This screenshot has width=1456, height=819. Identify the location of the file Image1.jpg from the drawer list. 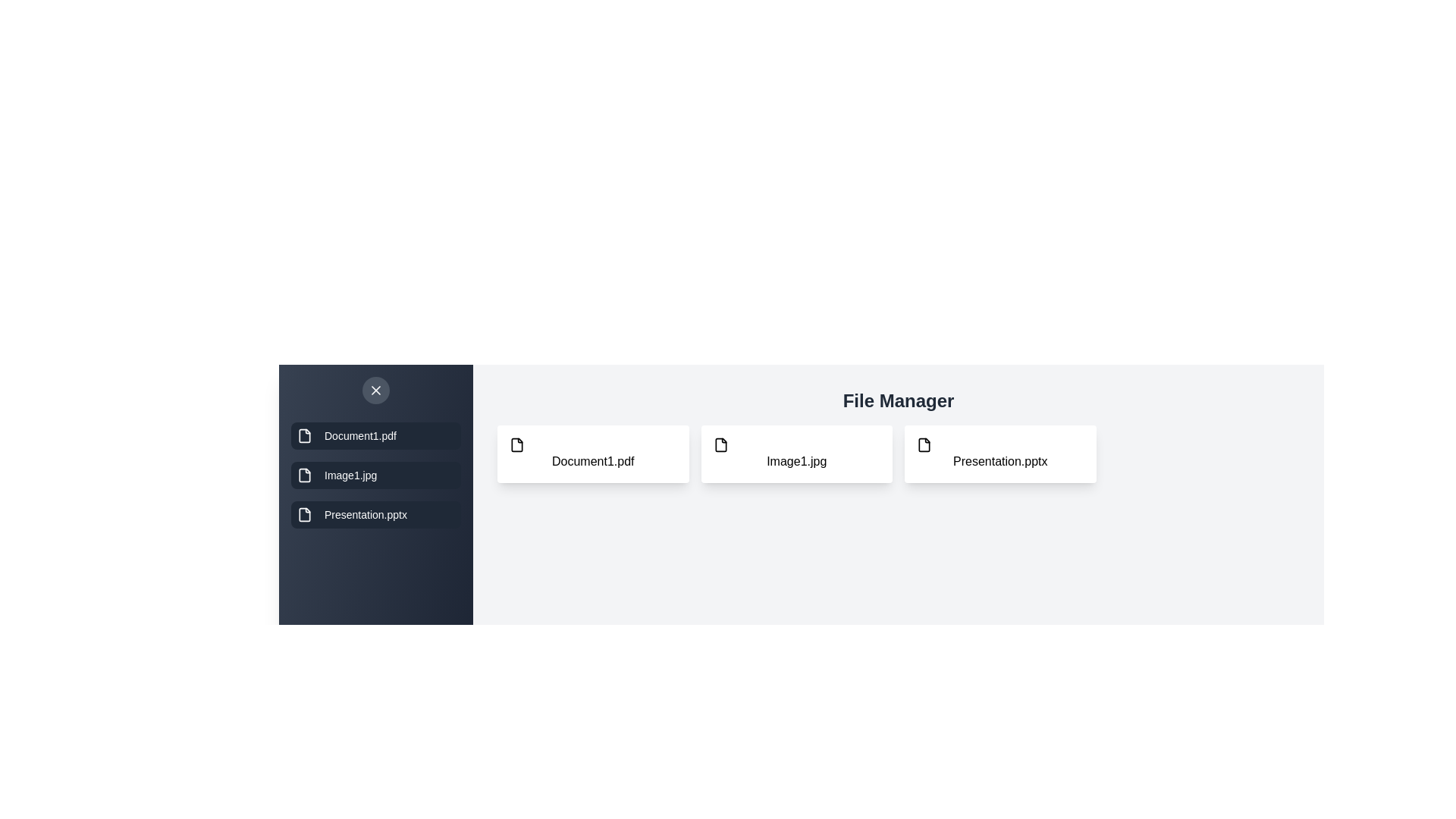
(375, 475).